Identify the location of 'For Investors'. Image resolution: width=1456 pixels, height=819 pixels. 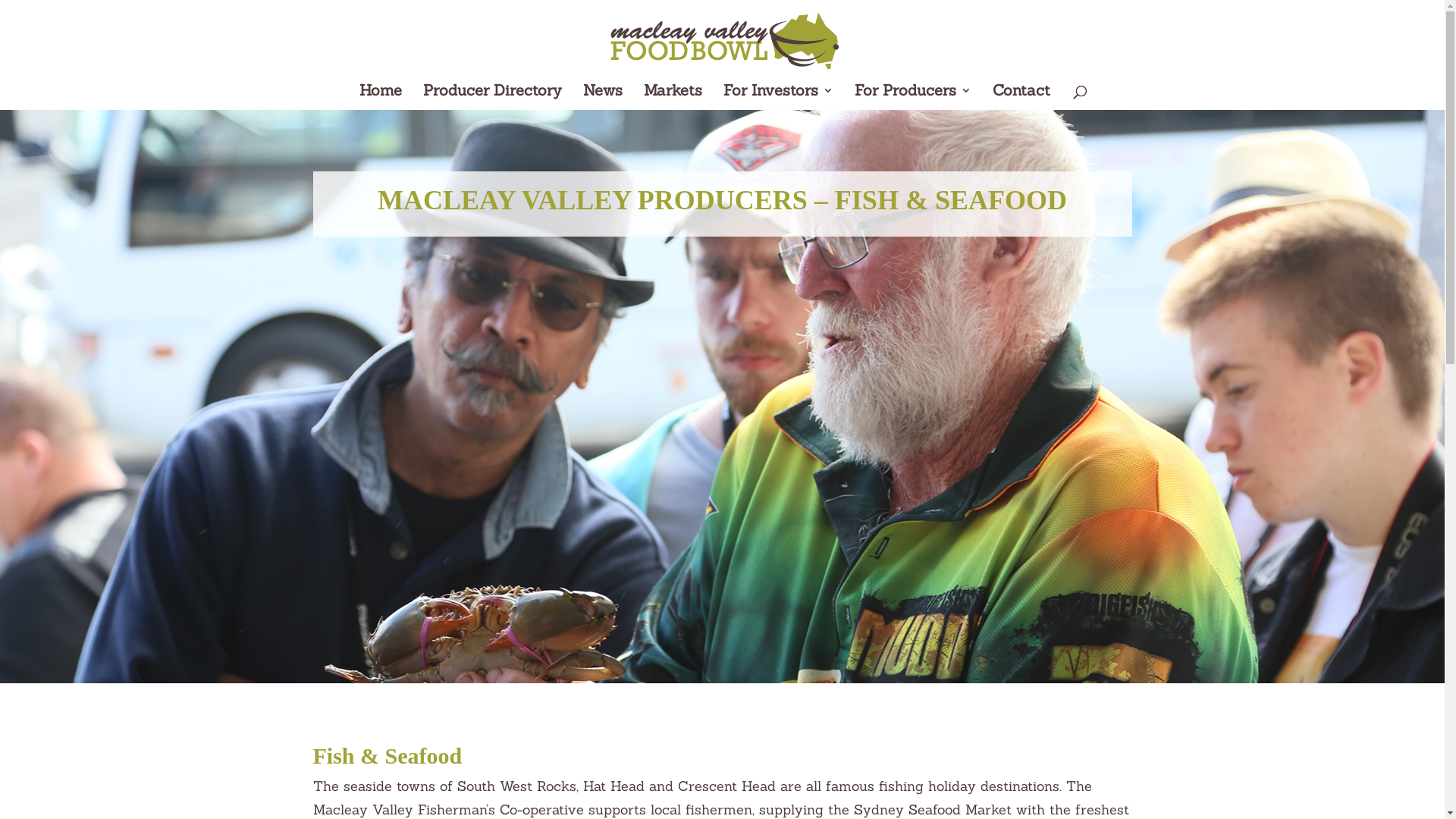
(778, 97).